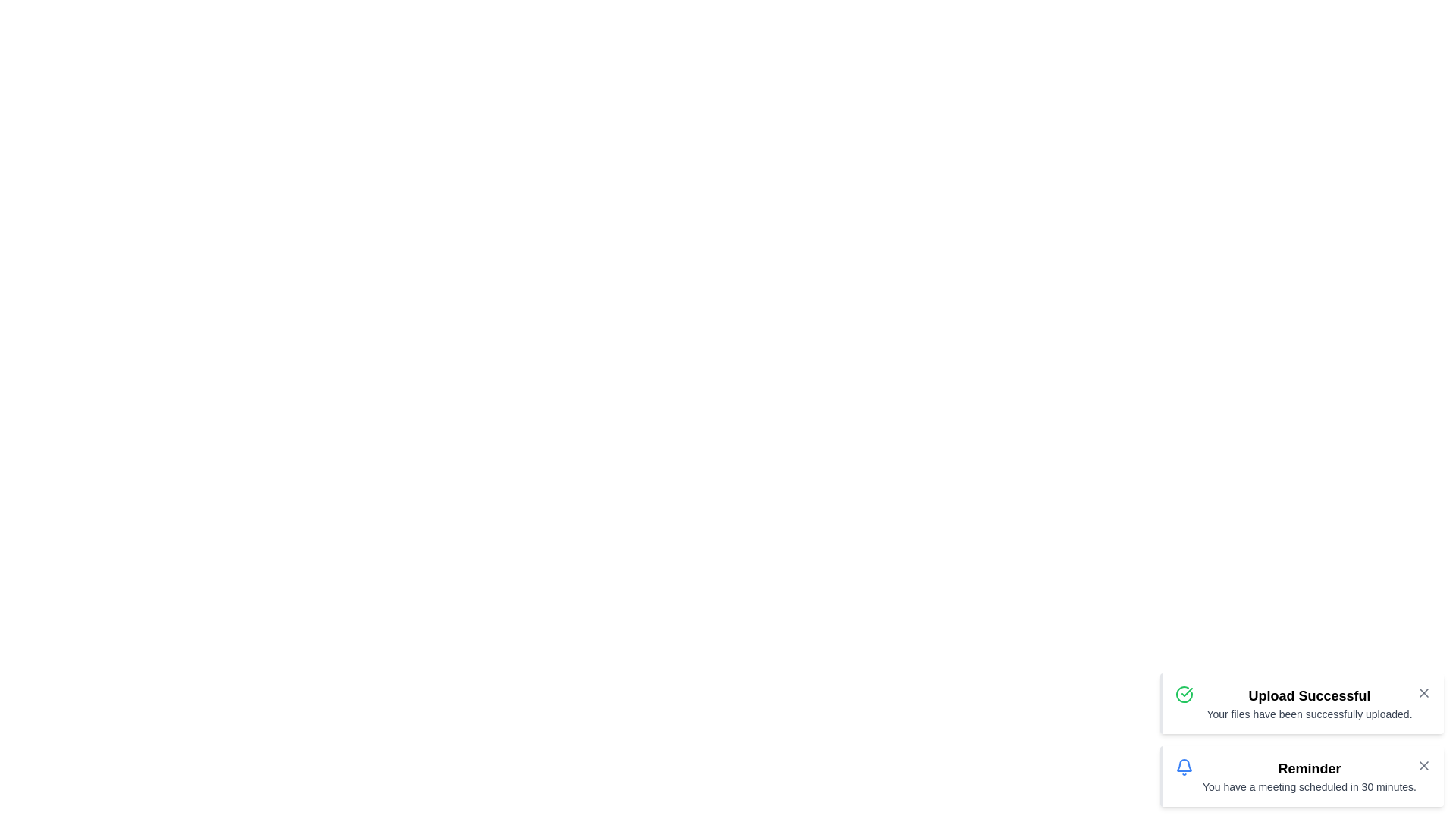 The width and height of the screenshot is (1456, 819). Describe the element at coordinates (1301, 739) in the screenshot. I see `the notification list vertically by -446 pixels` at that location.